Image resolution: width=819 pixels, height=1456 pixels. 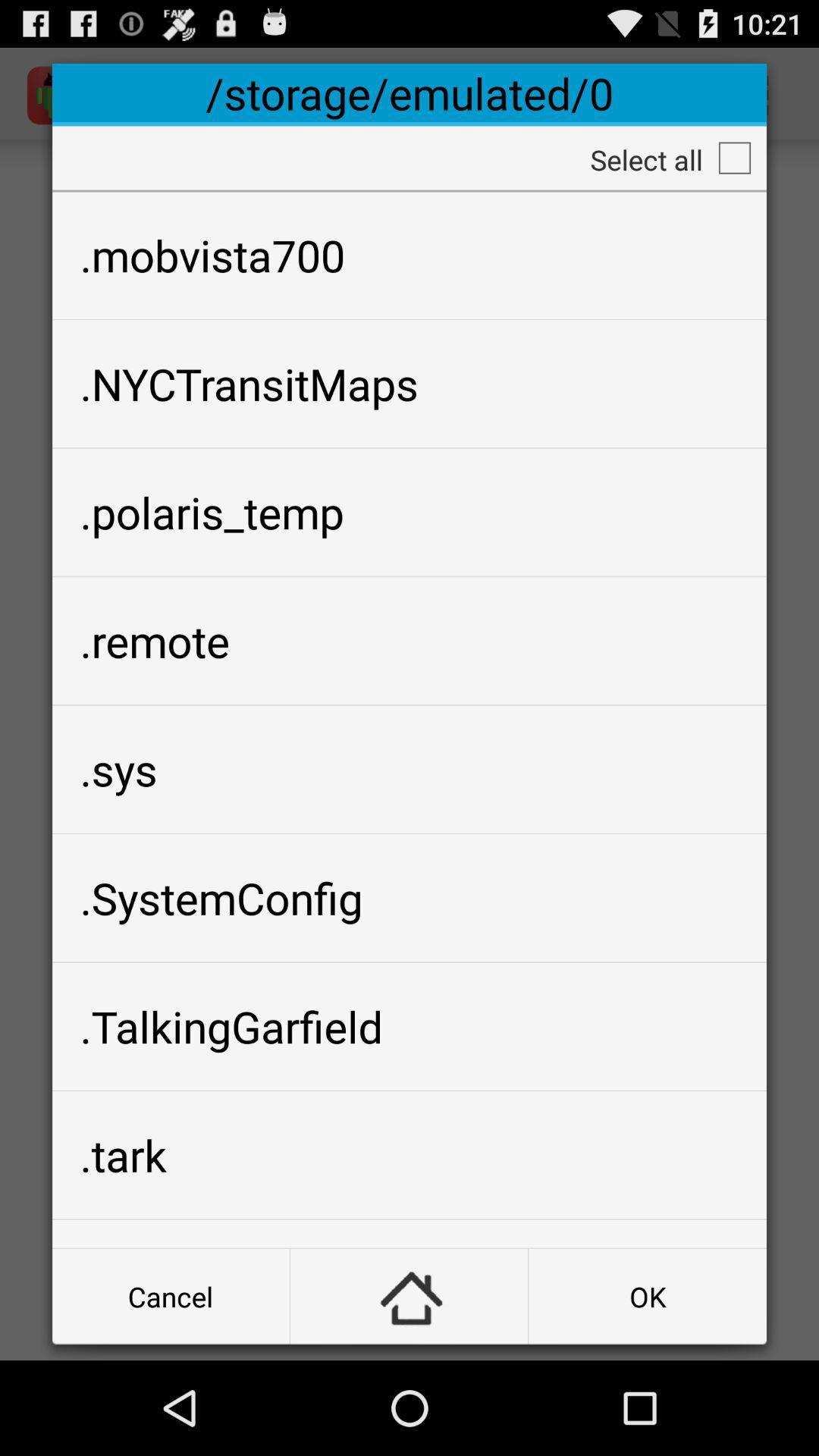 What do you see at coordinates (733, 158) in the screenshot?
I see `select all` at bounding box center [733, 158].